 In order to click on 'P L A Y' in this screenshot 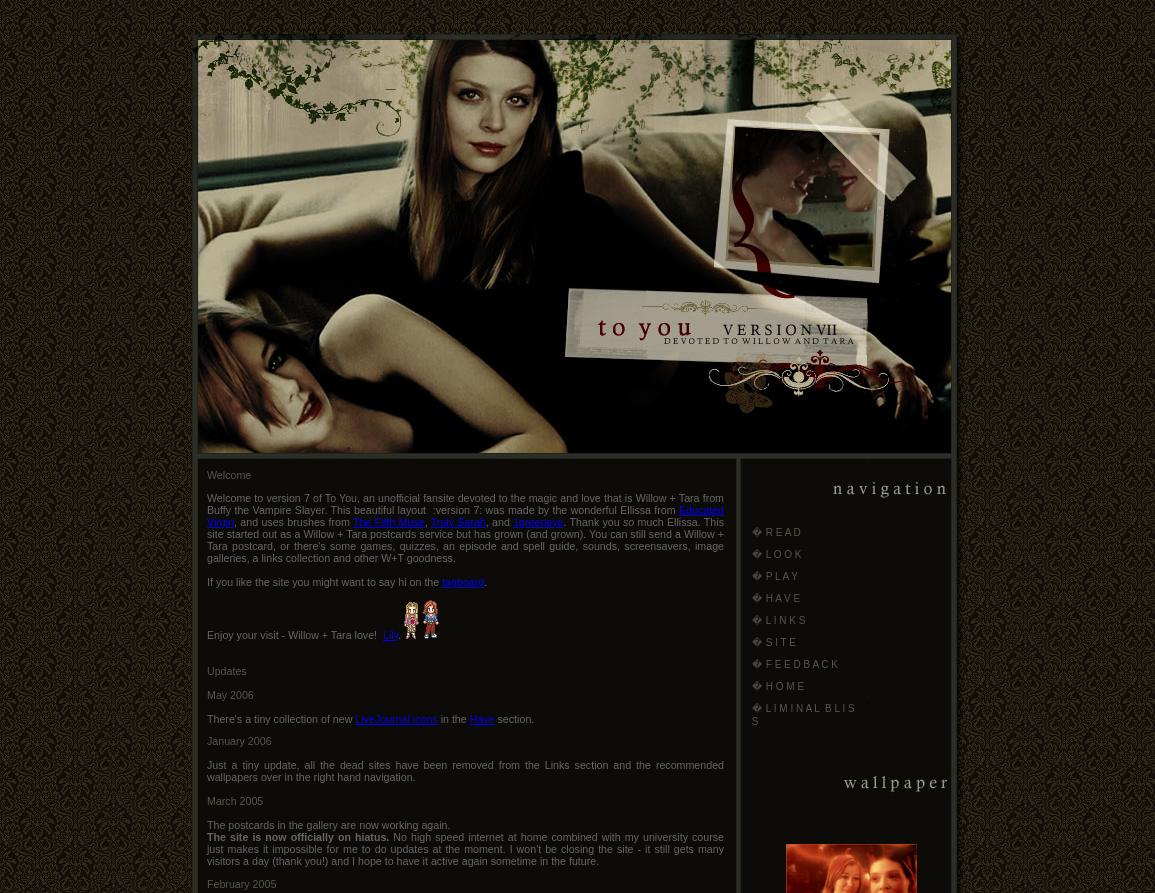, I will do `click(781, 575)`.